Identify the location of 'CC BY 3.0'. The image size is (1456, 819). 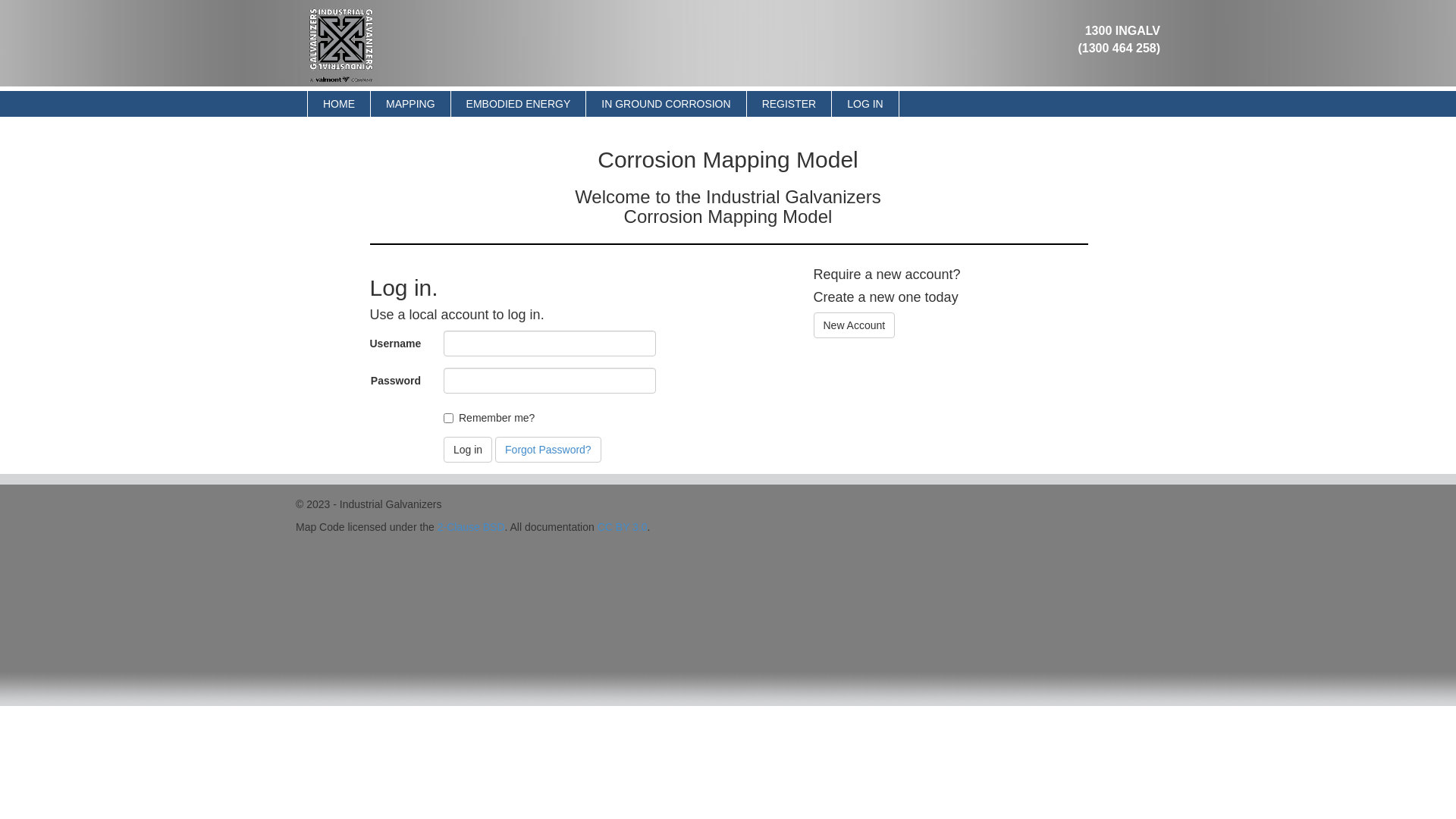
(622, 526).